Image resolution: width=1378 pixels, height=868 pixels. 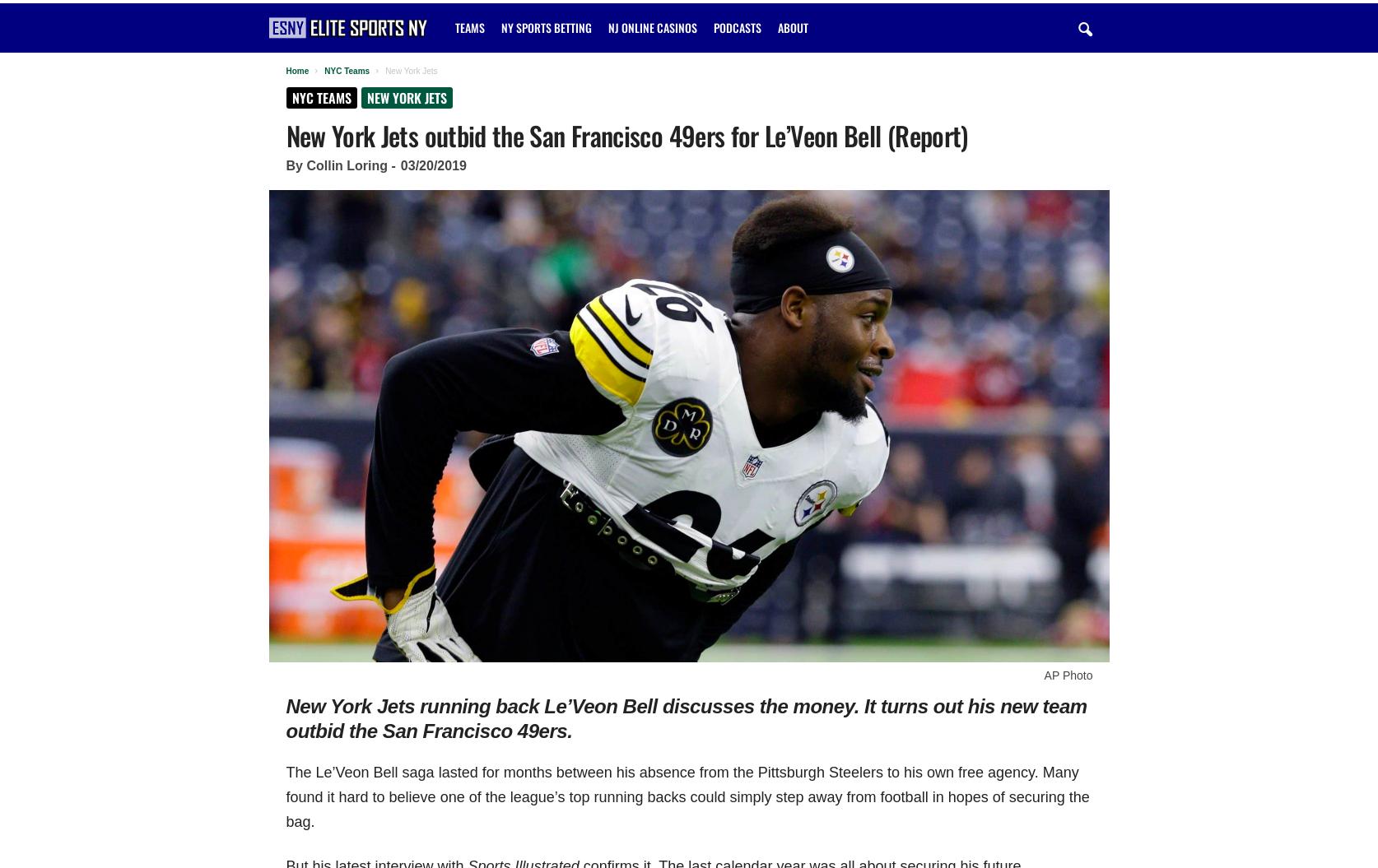 I want to click on 'By', so click(x=294, y=165).